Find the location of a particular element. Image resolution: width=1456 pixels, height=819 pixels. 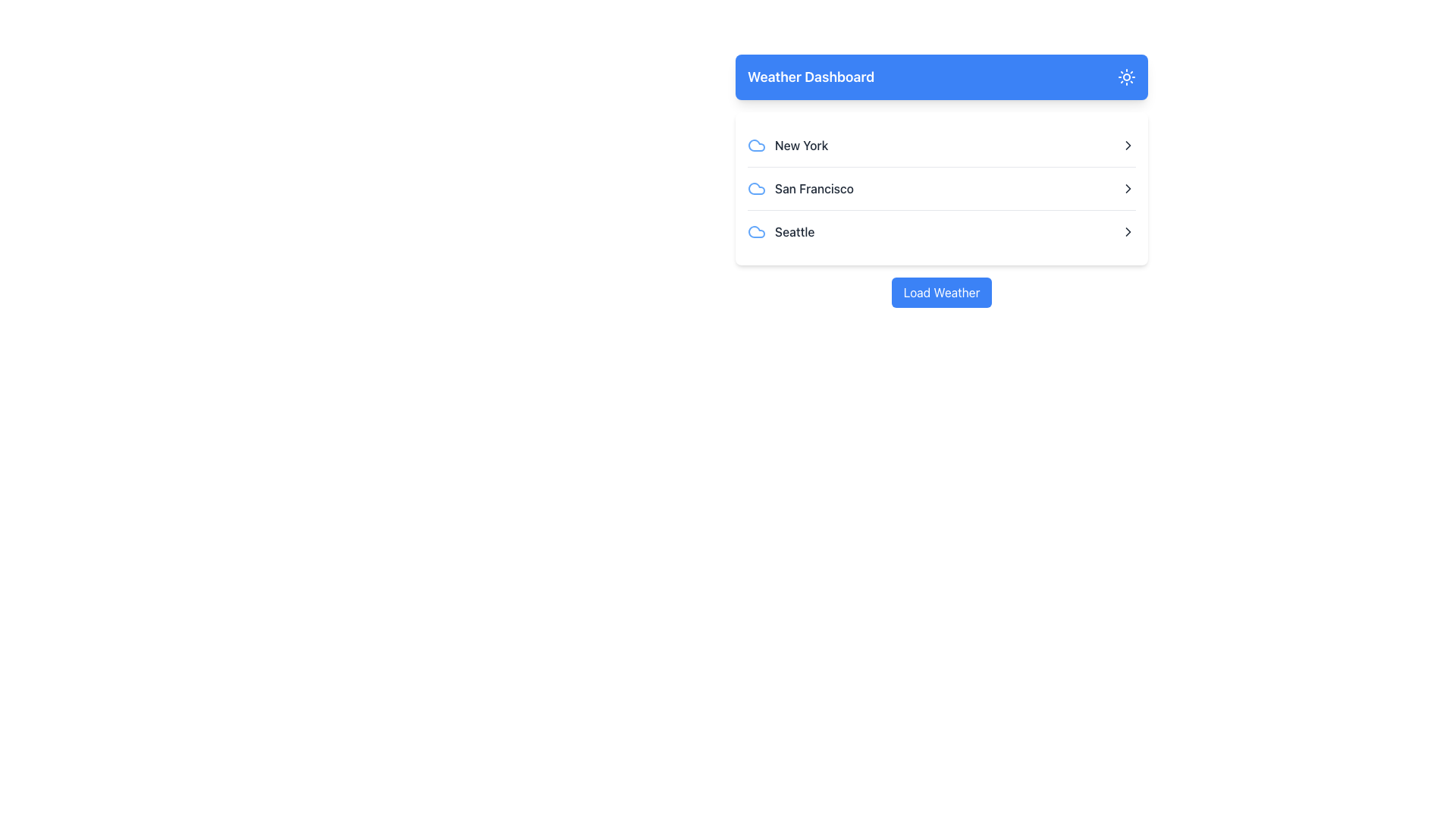

the first list item labeled 'New York' in the weather application interface, which includes a cloud icon preceding the text is located at coordinates (788, 146).